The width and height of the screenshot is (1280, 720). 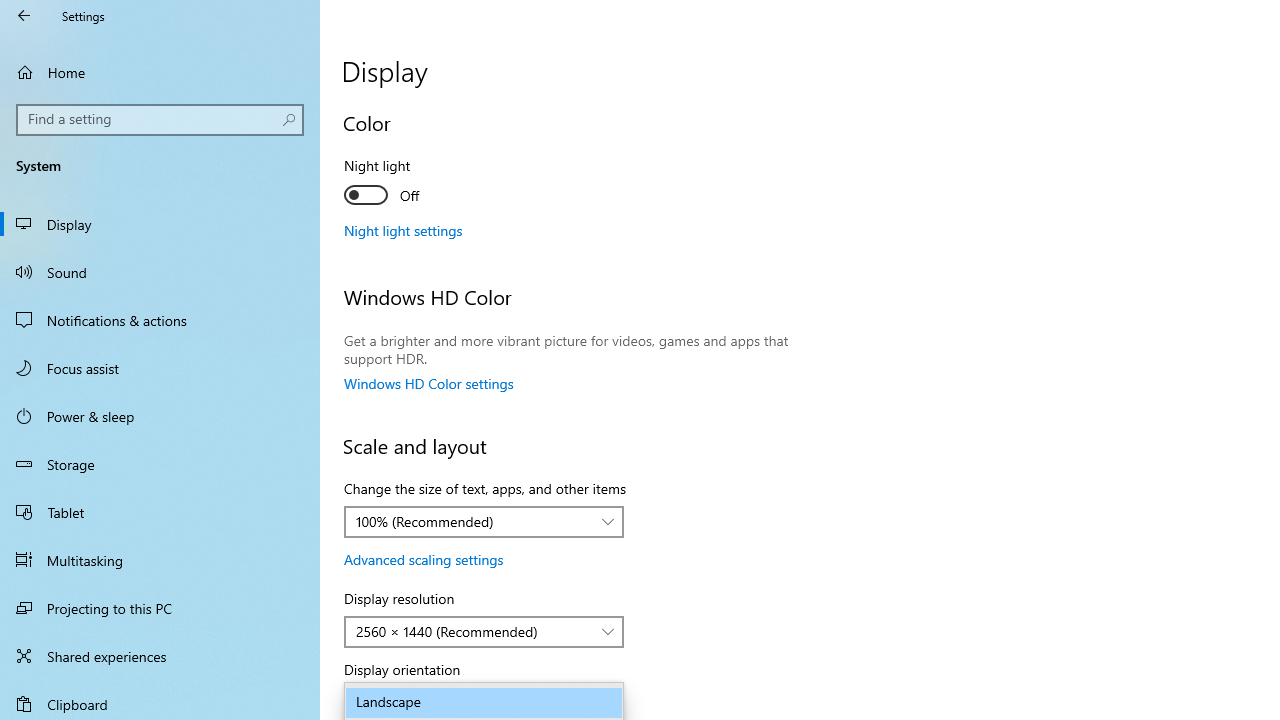 I want to click on 'Shared experiences', so click(x=160, y=655).